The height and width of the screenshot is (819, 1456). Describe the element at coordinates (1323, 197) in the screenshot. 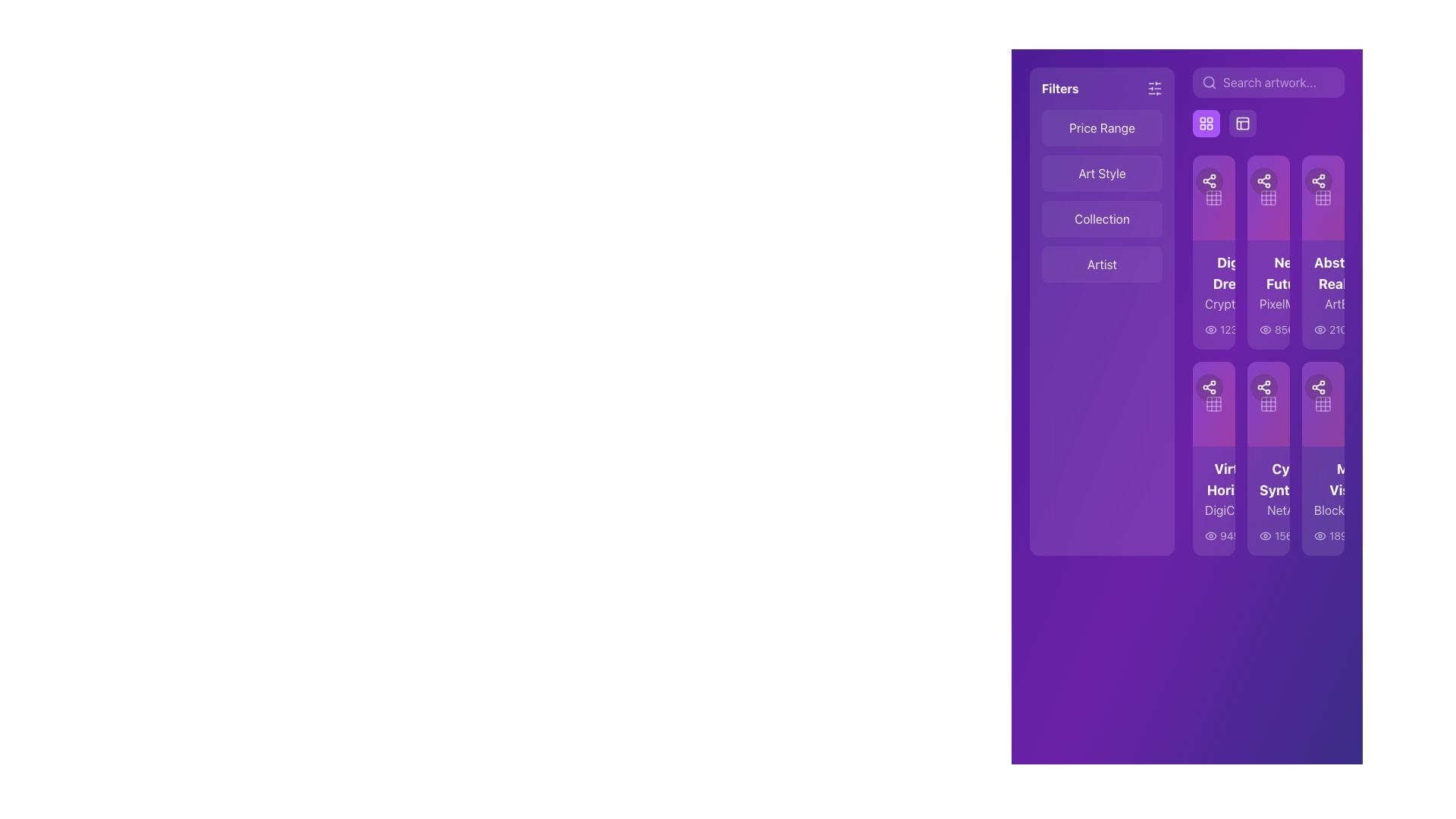

I see `the third grid icon, which is styled in semi-transparent white and located inside a purple card on the right-hand side of the interface` at that location.